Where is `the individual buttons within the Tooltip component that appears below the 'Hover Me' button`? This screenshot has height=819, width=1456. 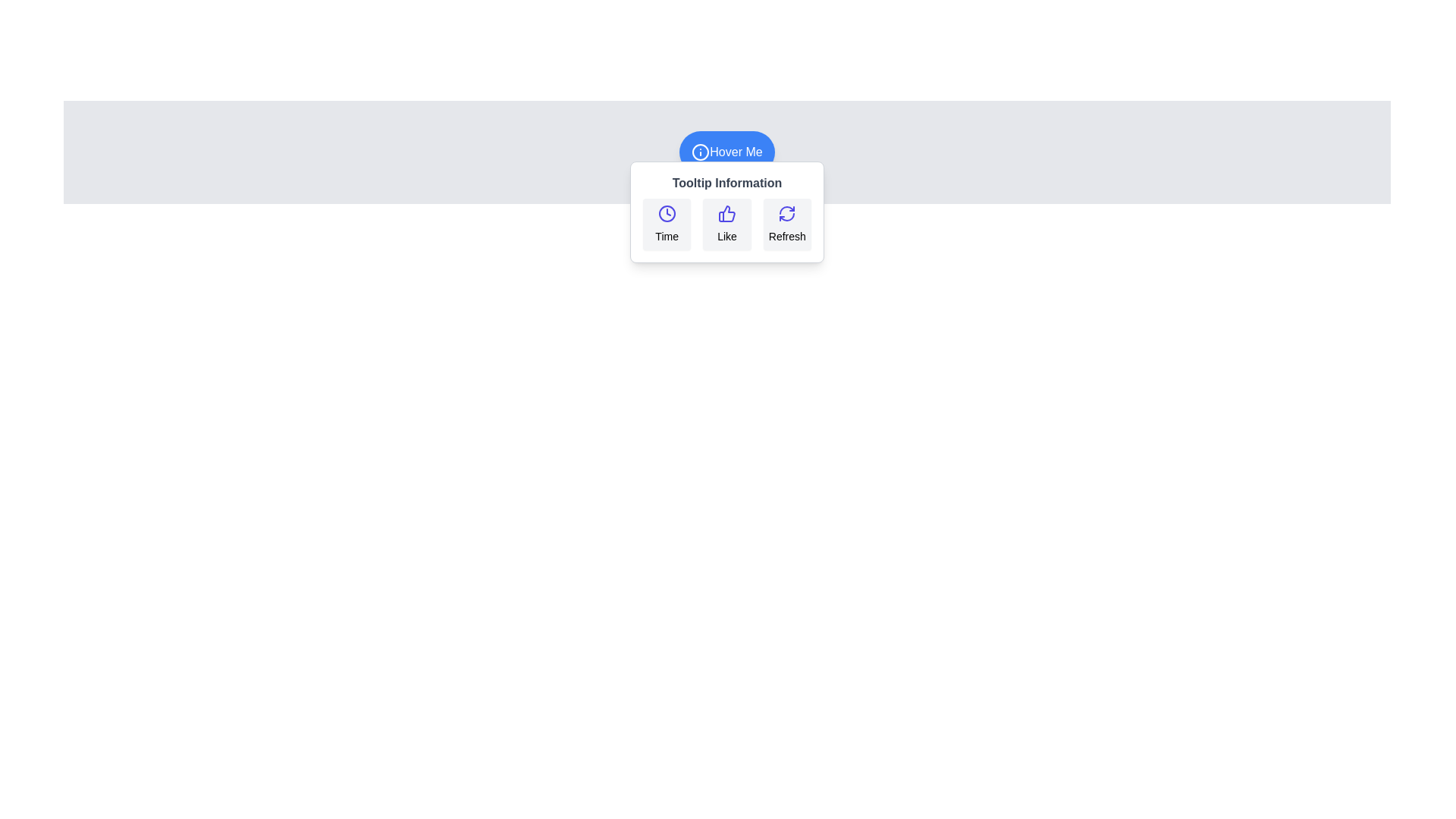 the individual buttons within the Tooltip component that appears below the 'Hover Me' button is located at coordinates (726, 212).